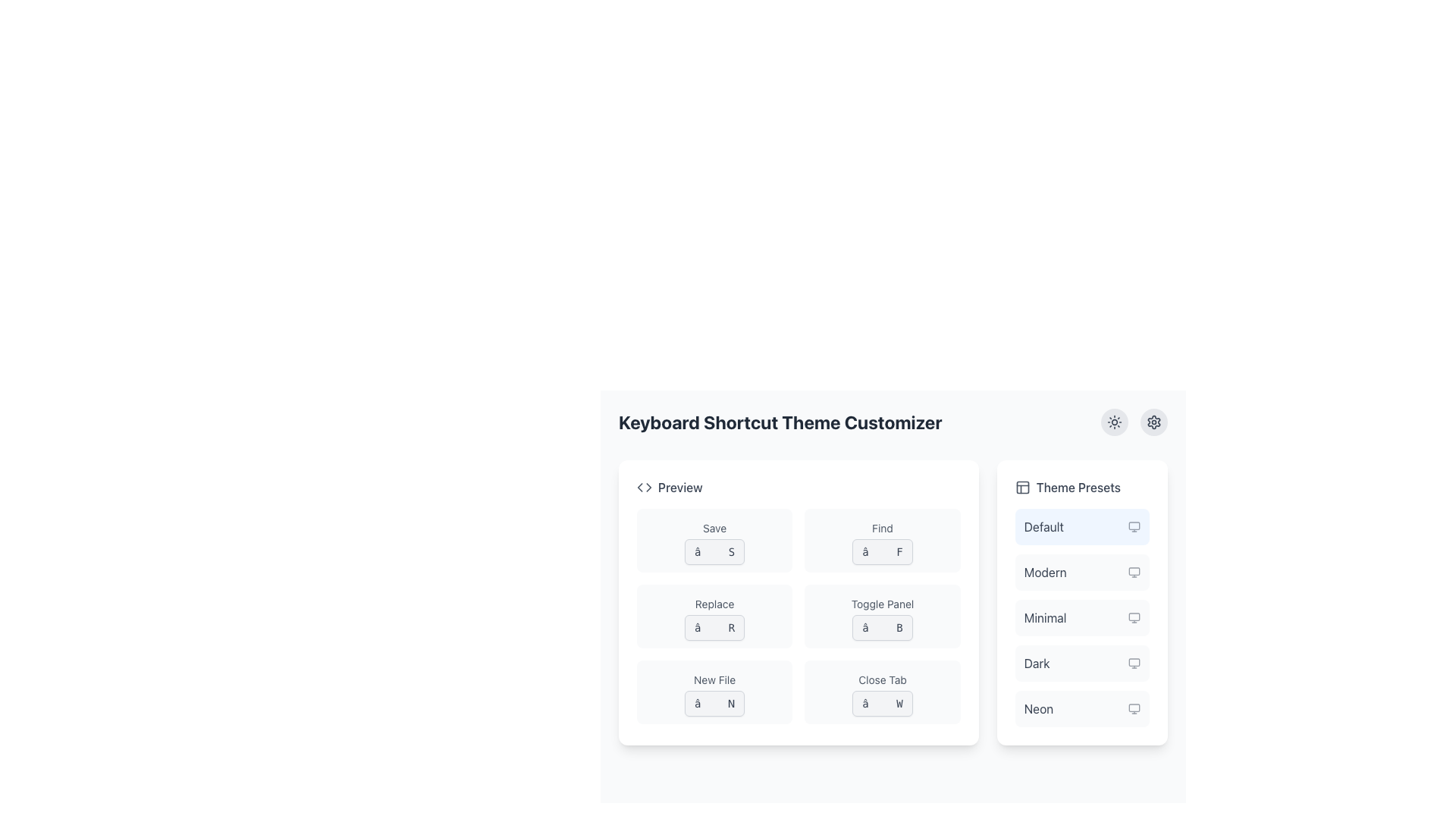 Image resolution: width=1456 pixels, height=819 pixels. Describe the element at coordinates (893, 601) in the screenshot. I see `the sections of the Grid Layout within the 'Keyboard Shortcut Theme Customizer'` at that location.